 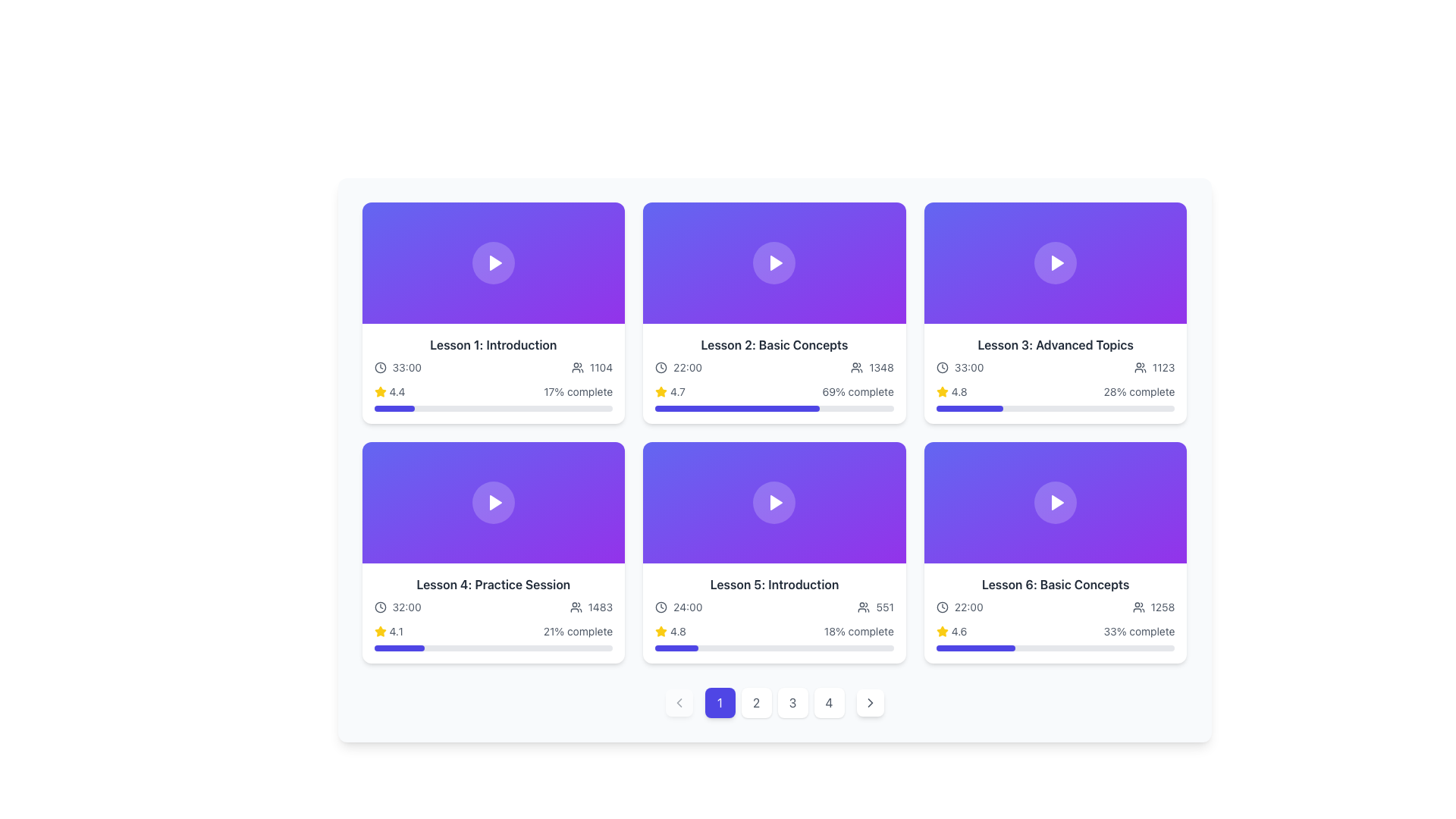 I want to click on the Play button, so click(x=494, y=262).